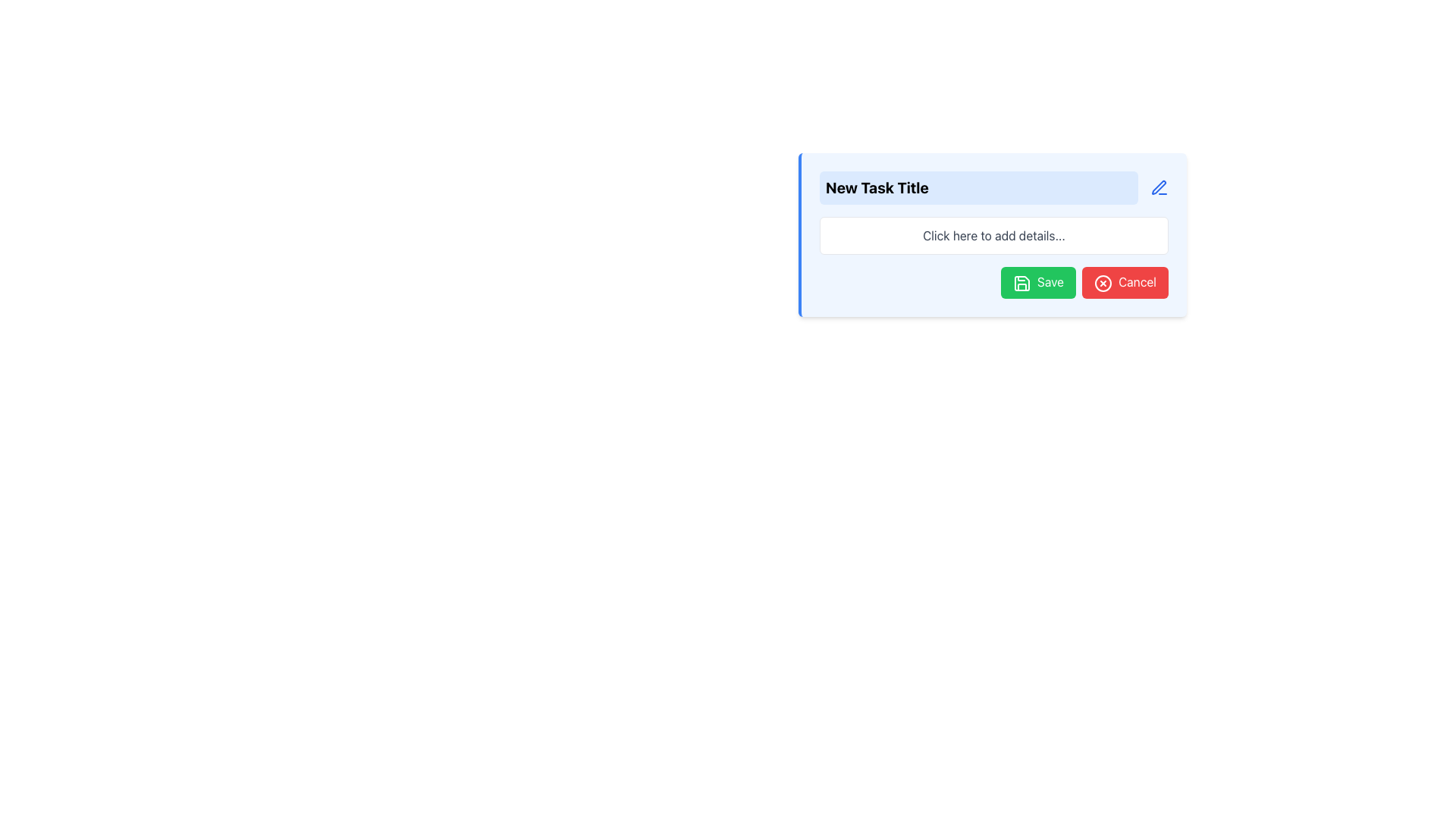  What do you see at coordinates (1159, 187) in the screenshot?
I see `the blue pen icon button located near the right edge of the light blue title bar labeled 'New Task Title'` at bounding box center [1159, 187].